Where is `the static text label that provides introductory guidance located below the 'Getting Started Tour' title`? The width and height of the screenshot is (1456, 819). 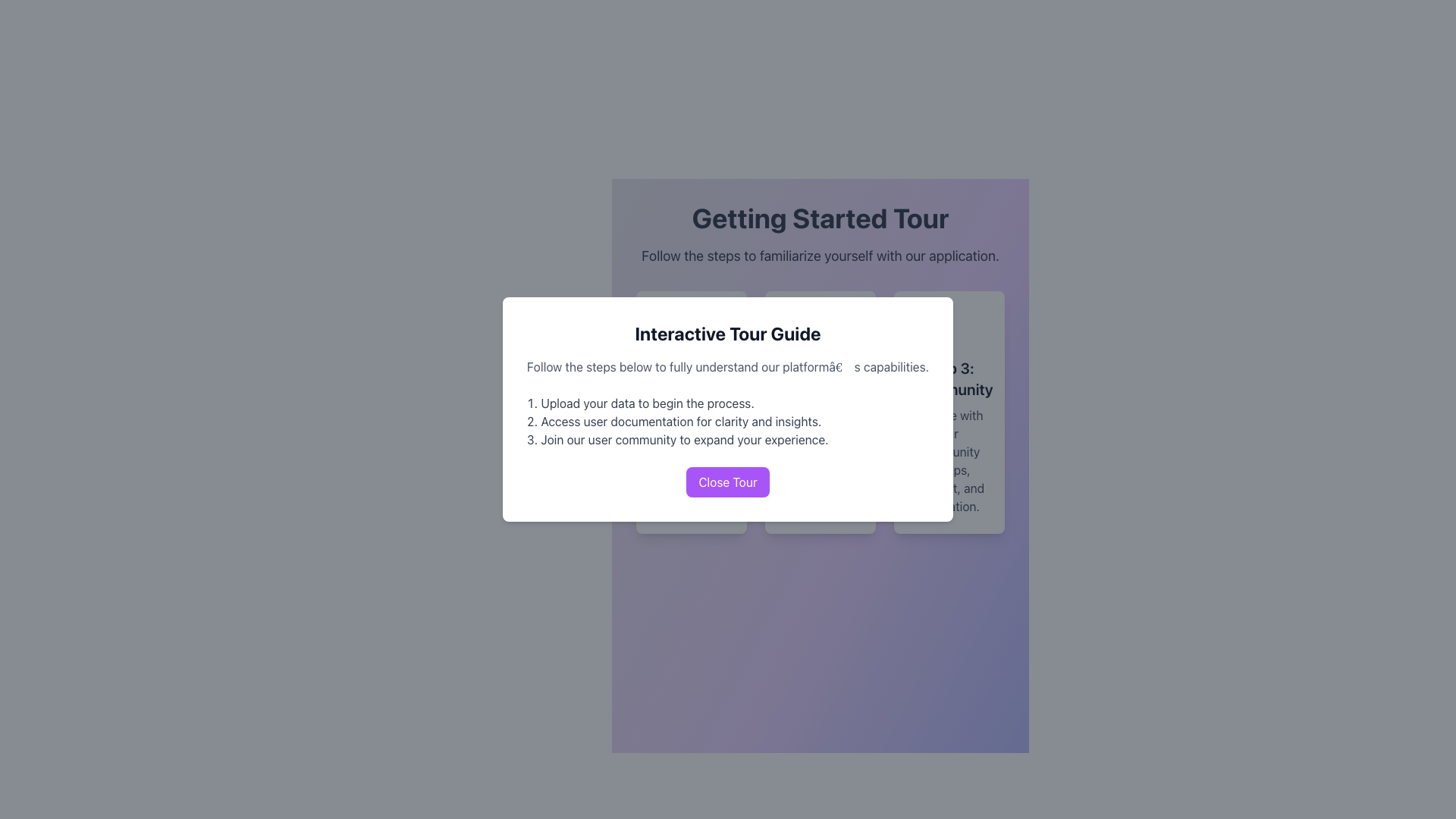
the static text label that provides introductory guidance located below the 'Getting Started Tour' title is located at coordinates (819, 256).